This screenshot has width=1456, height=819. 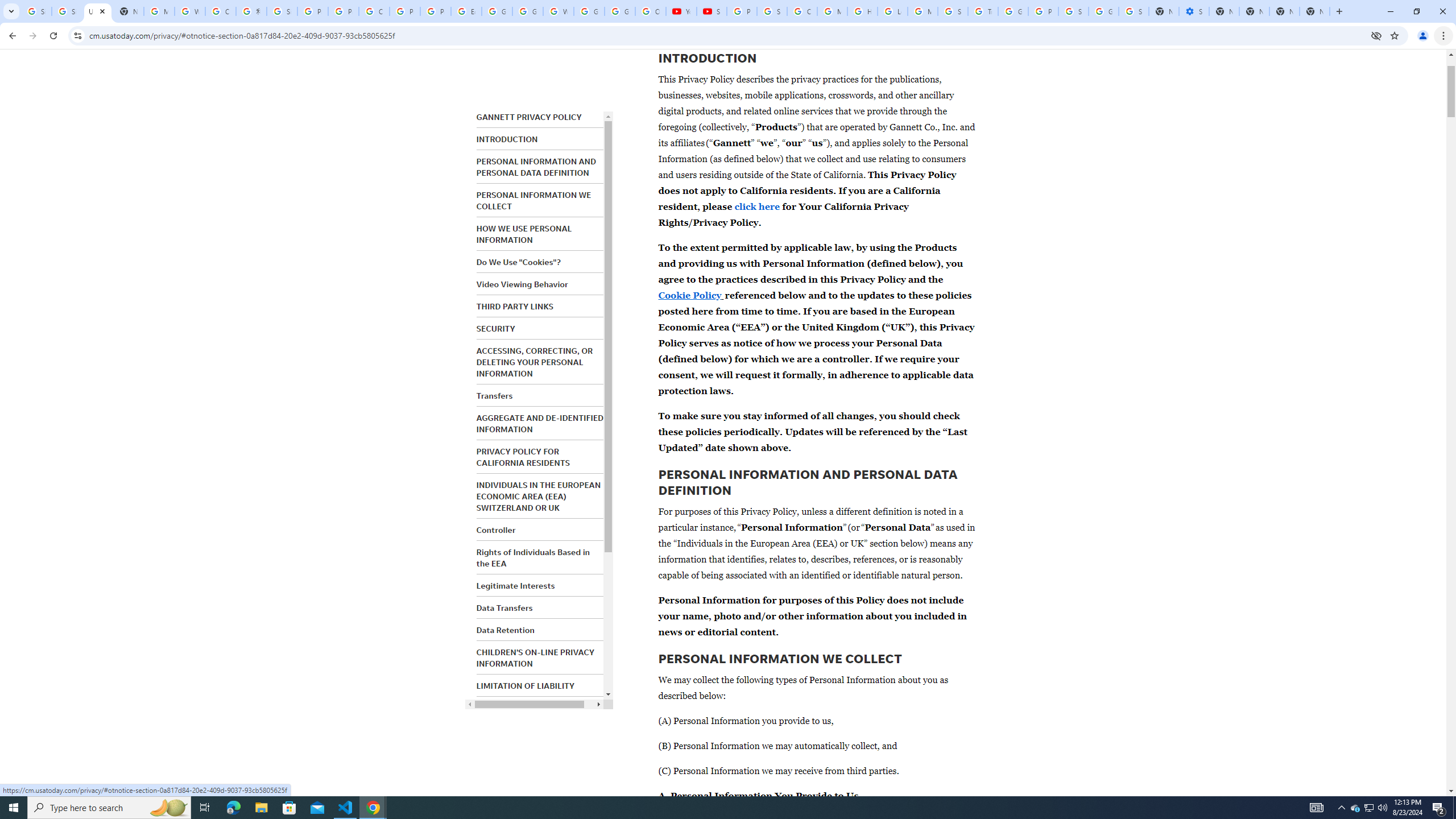 What do you see at coordinates (514, 307) in the screenshot?
I see `'THIRD PARTY LINKS'` at bounding box center [514, 307].